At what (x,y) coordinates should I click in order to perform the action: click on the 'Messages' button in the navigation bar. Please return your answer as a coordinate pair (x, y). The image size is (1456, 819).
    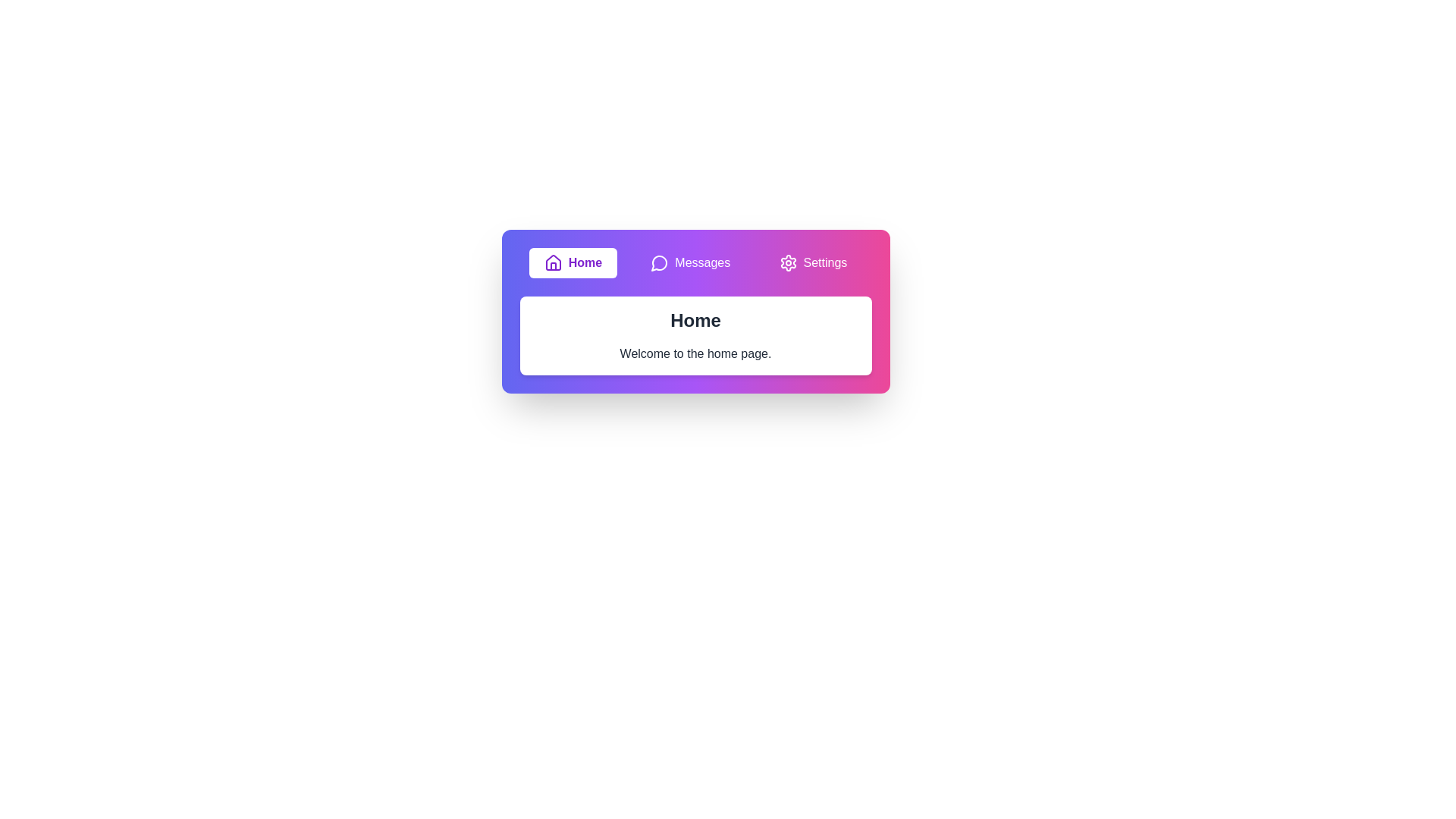
    Looking at the image, I should click on (689, 262).